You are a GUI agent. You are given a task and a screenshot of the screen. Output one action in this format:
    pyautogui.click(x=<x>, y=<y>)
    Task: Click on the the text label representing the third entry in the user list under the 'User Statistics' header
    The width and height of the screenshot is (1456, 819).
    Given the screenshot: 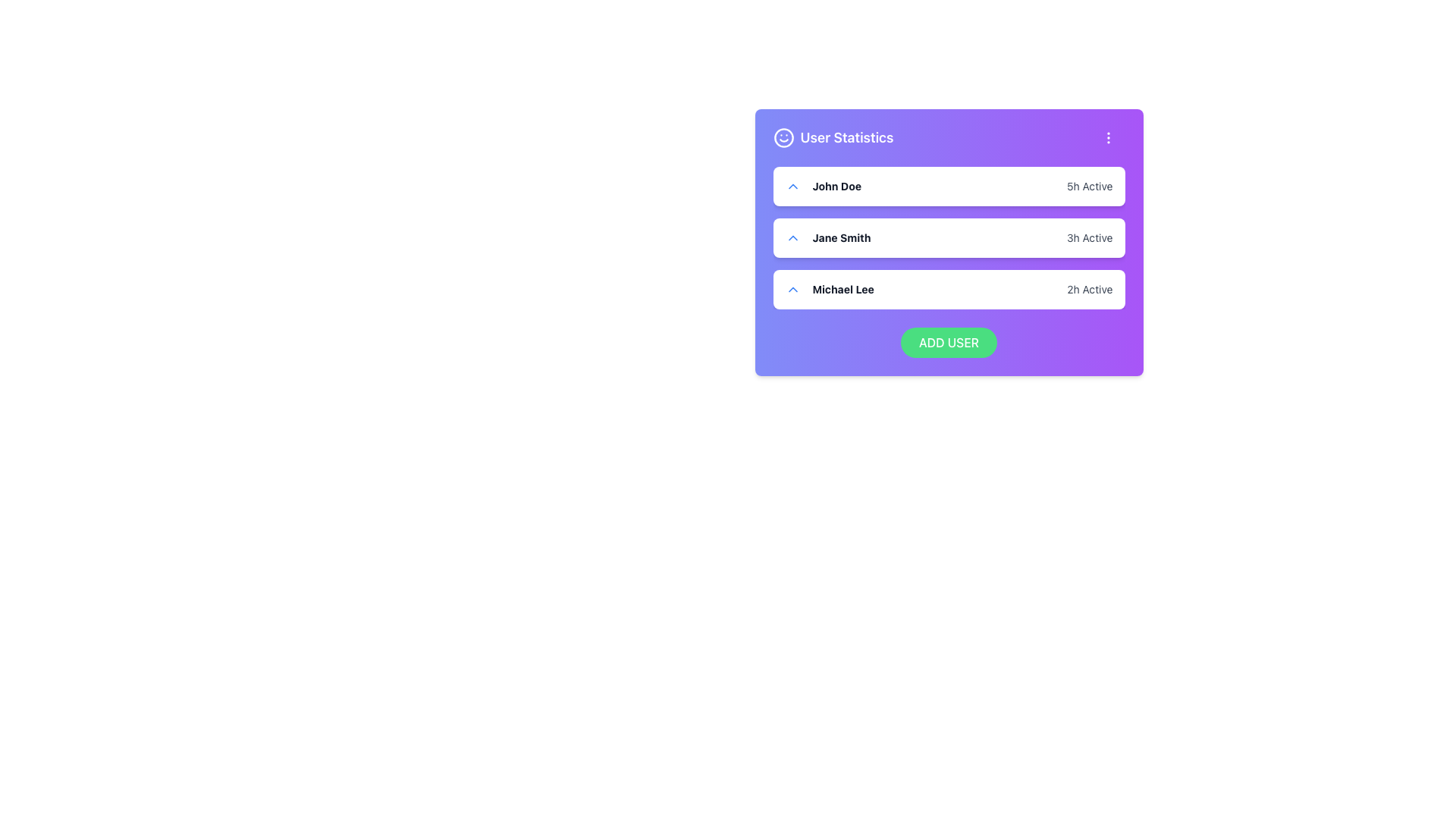 What is the action you would take?
    pyautogui.click(x=829, y=289)
    